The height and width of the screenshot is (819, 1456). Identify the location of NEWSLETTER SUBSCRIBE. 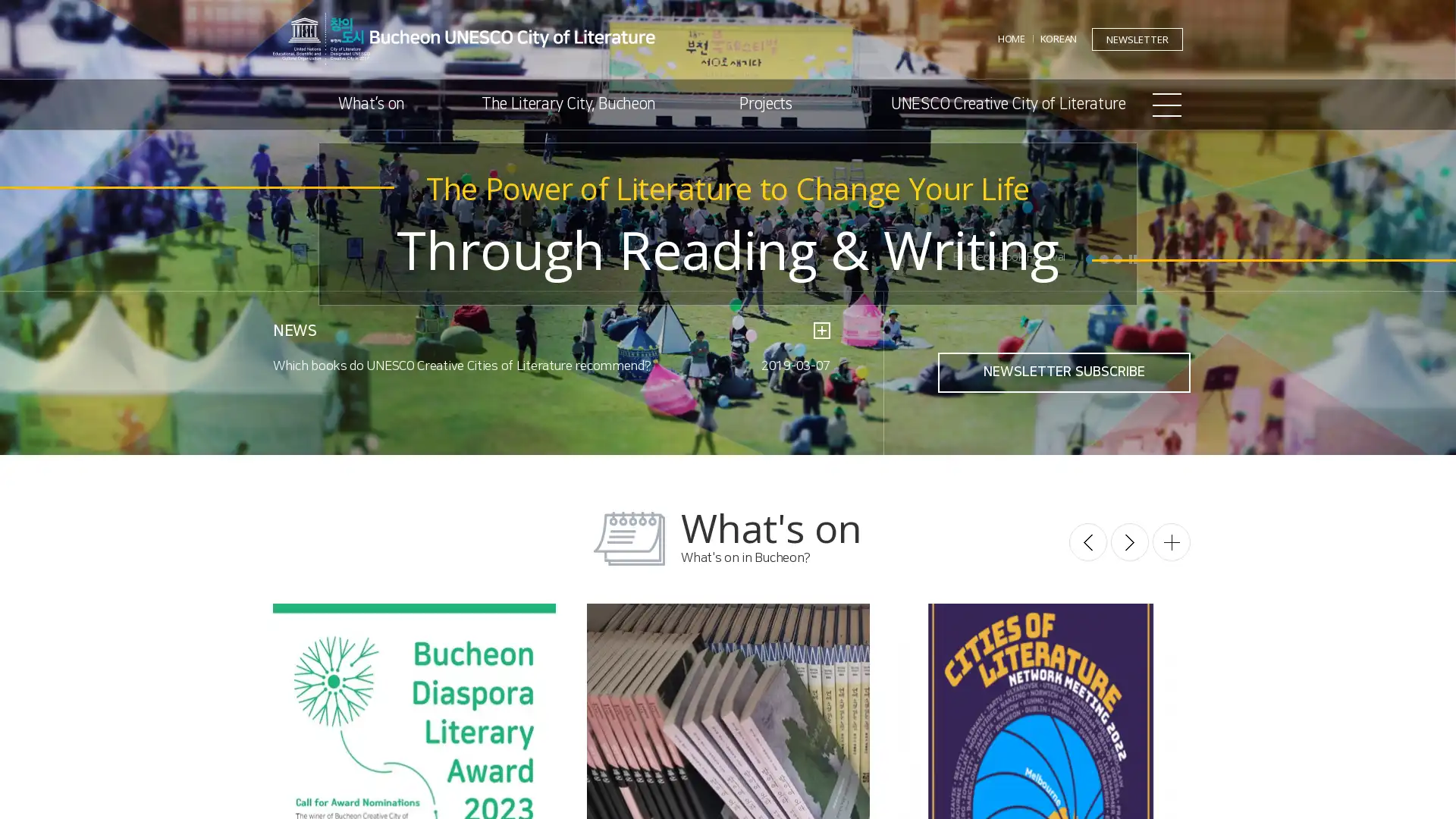
(1063, 372).